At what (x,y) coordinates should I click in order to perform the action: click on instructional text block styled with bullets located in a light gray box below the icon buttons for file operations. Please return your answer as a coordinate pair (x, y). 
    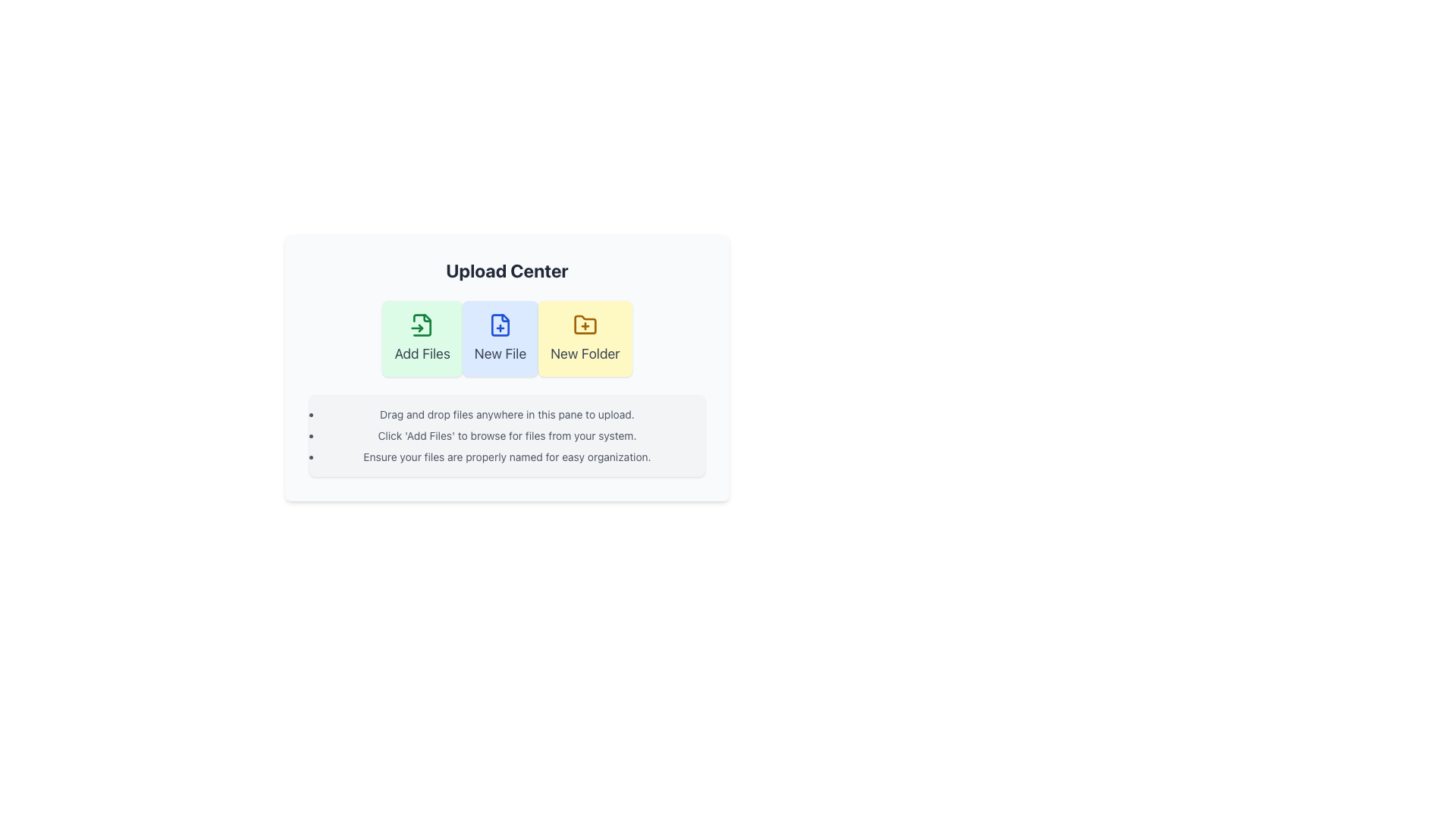
    Looking at the image, I should click on (507, 435).